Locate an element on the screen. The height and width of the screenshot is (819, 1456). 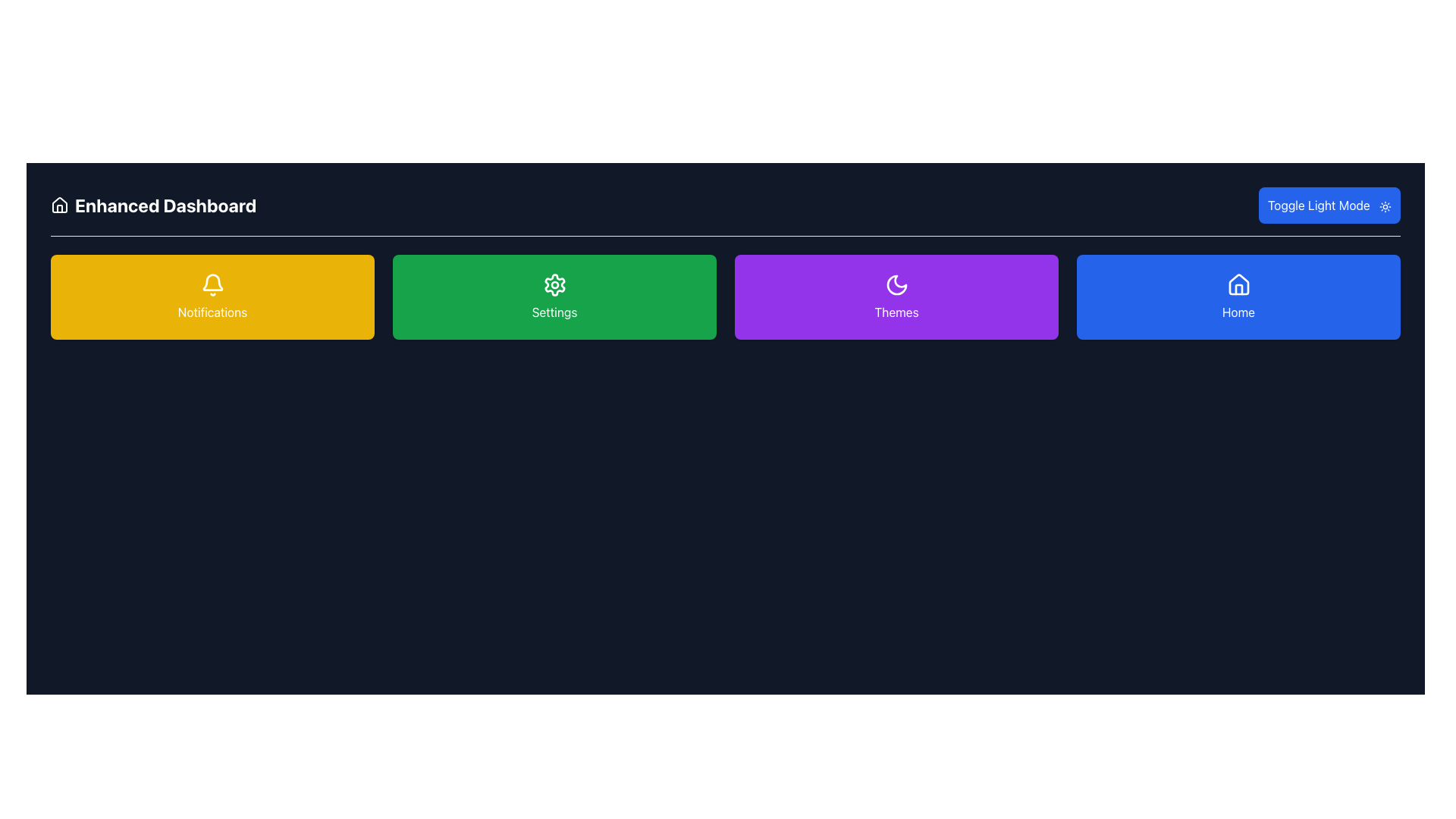
the purple 'Themes' button featuring a white moon icon is located at coordinates (896, 297).